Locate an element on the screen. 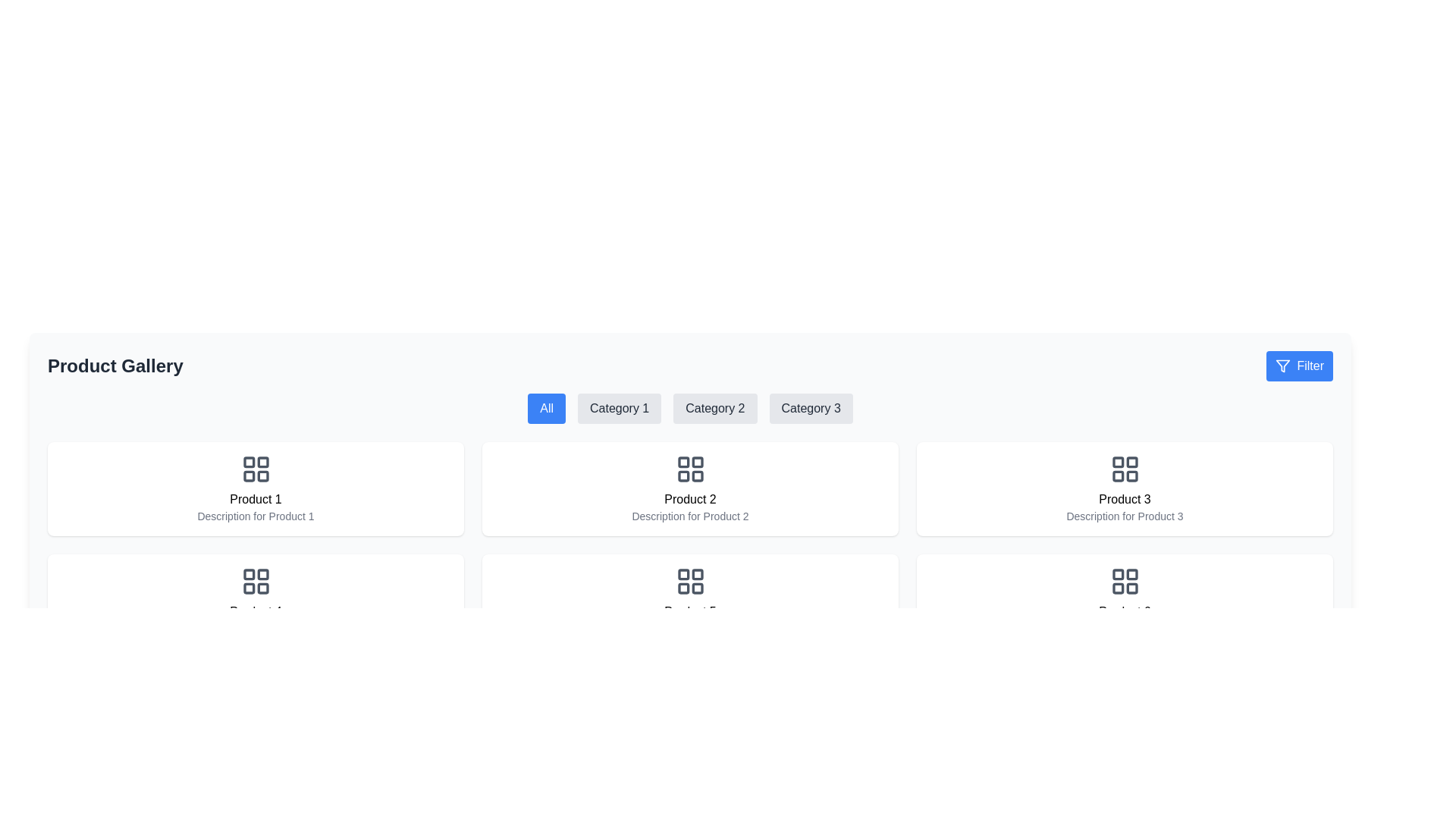 Image resolution: width=1456 pixels, height=819 pixels. the Text Label providing additional information for 'Product 1', which is positioned beneath the product name is located at coordinates (256, 516).